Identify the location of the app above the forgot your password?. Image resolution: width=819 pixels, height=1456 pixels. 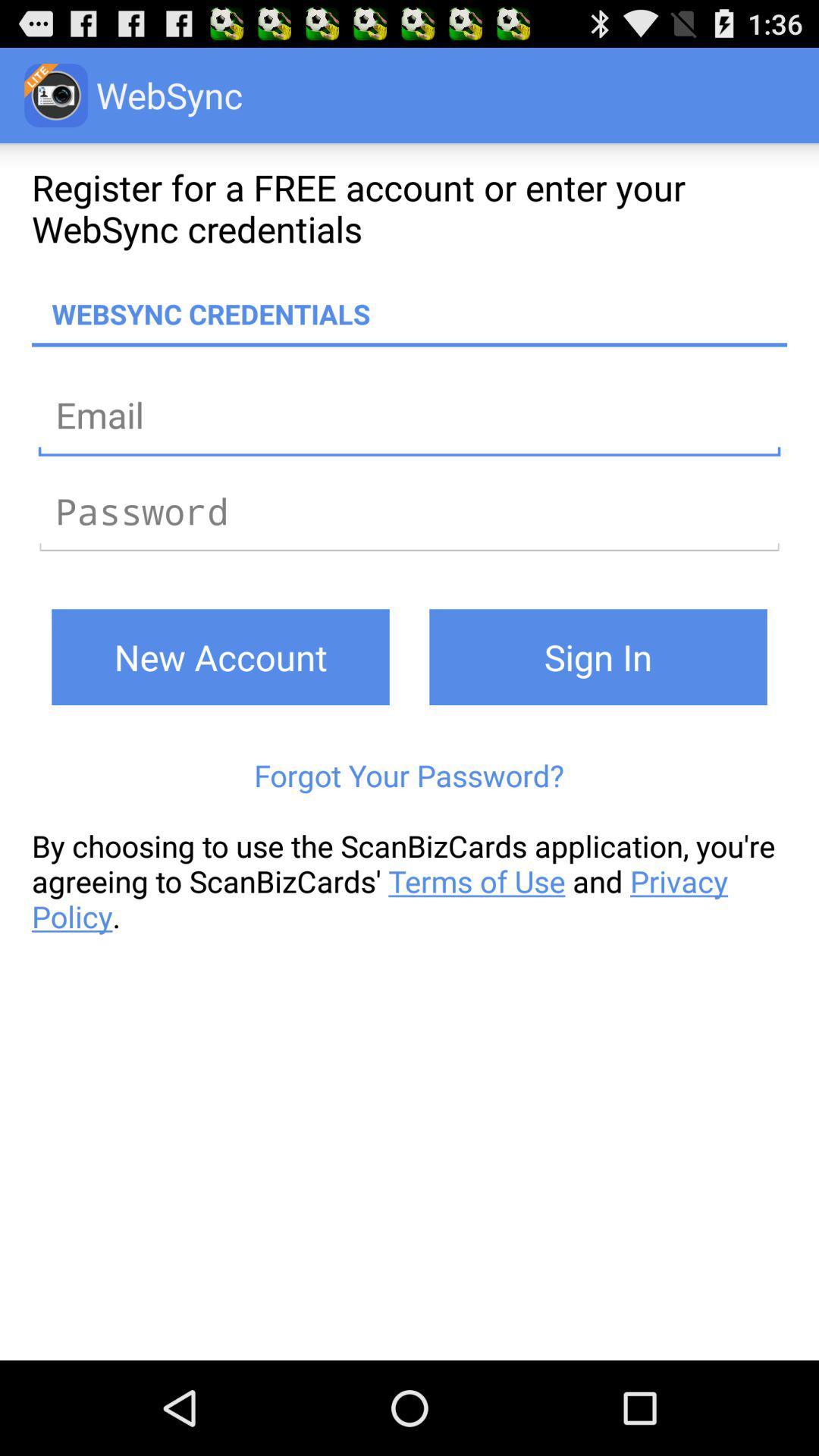
(598, 657).